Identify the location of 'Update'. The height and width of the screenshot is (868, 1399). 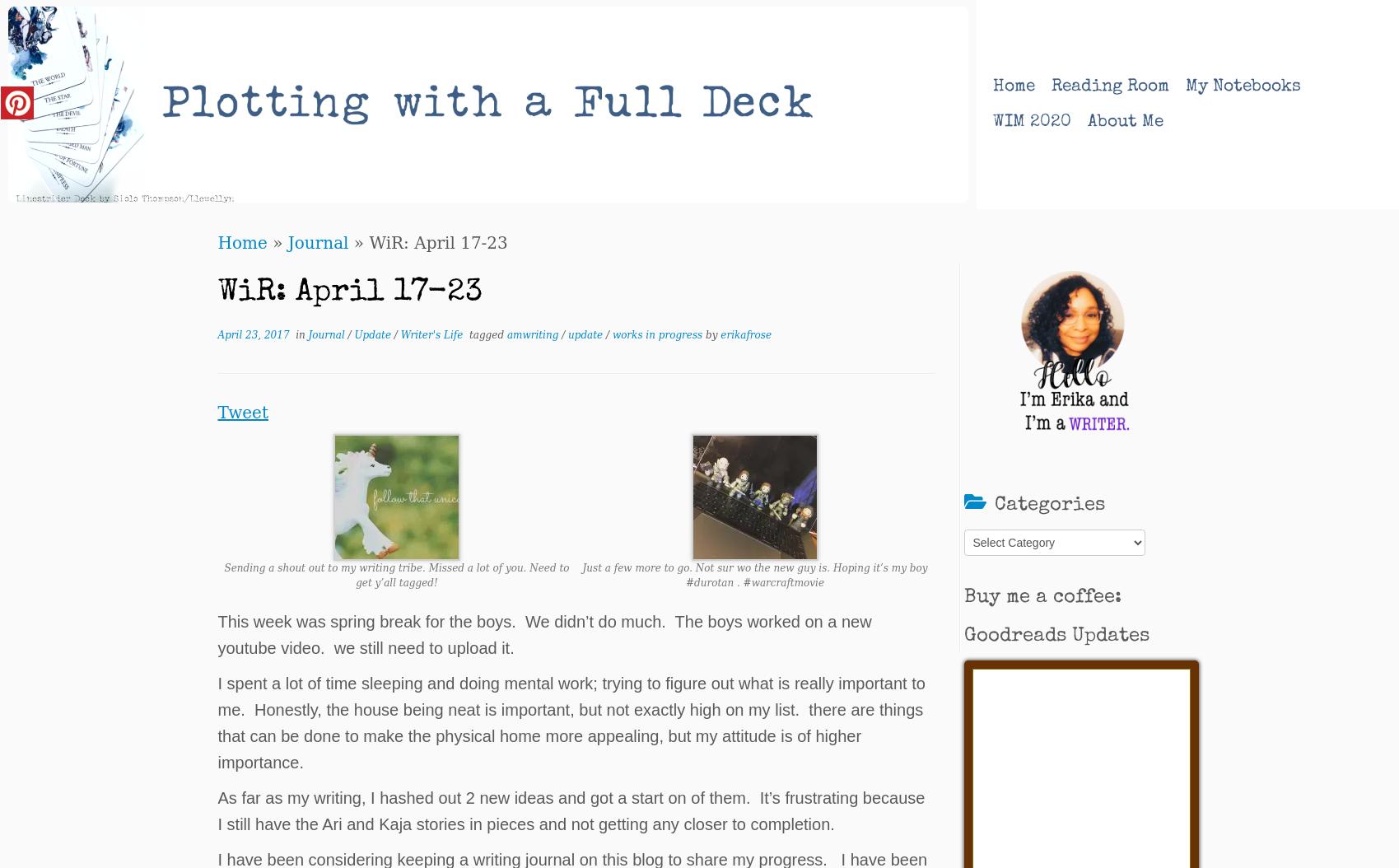
(354, 334).